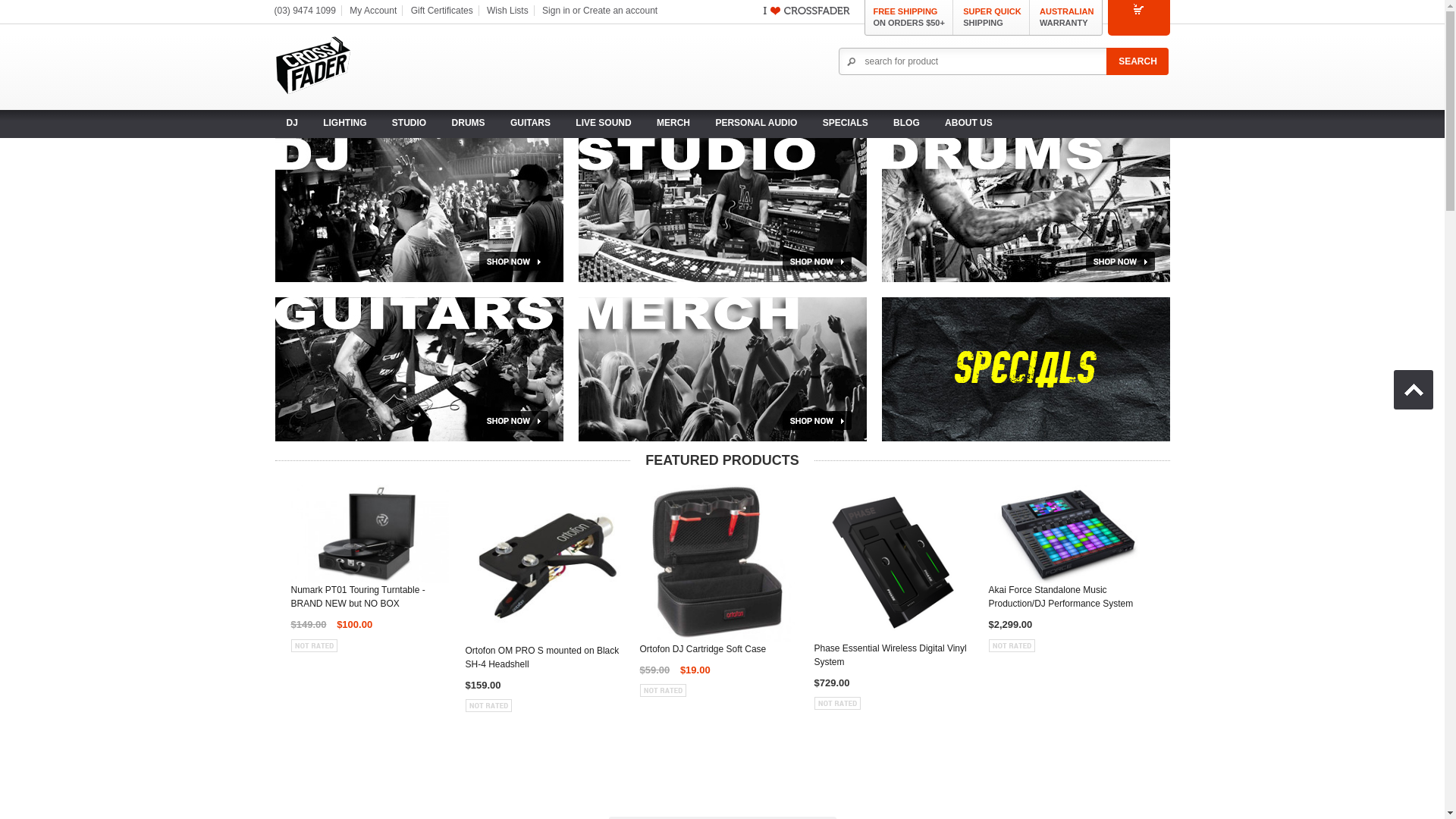  I want to click on 'SEARCH', so click(1137, 61).